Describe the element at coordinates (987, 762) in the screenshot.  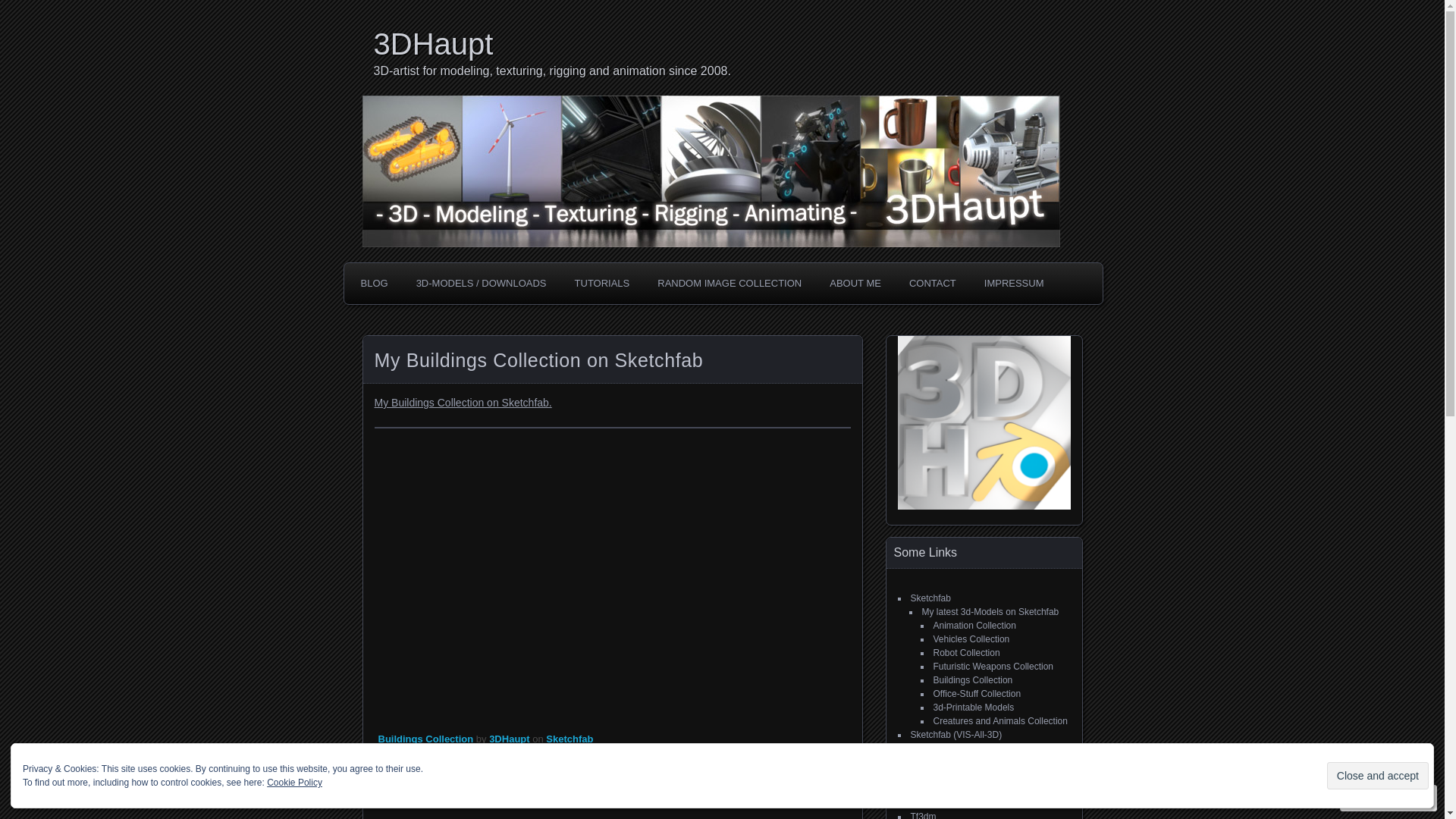
I see `'My free 3d models on CGTrader'` at that location.